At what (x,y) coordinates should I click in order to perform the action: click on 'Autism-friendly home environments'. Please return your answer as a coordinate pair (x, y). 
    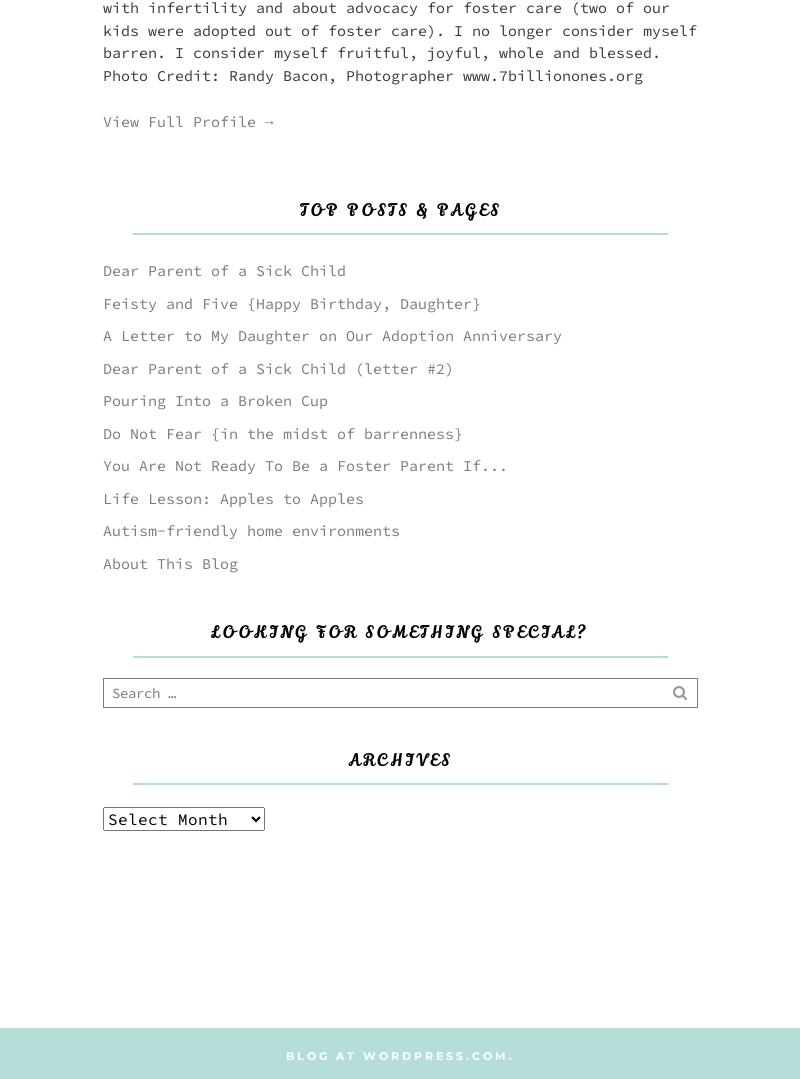
    Looking at the image, I should click on (249, 530).